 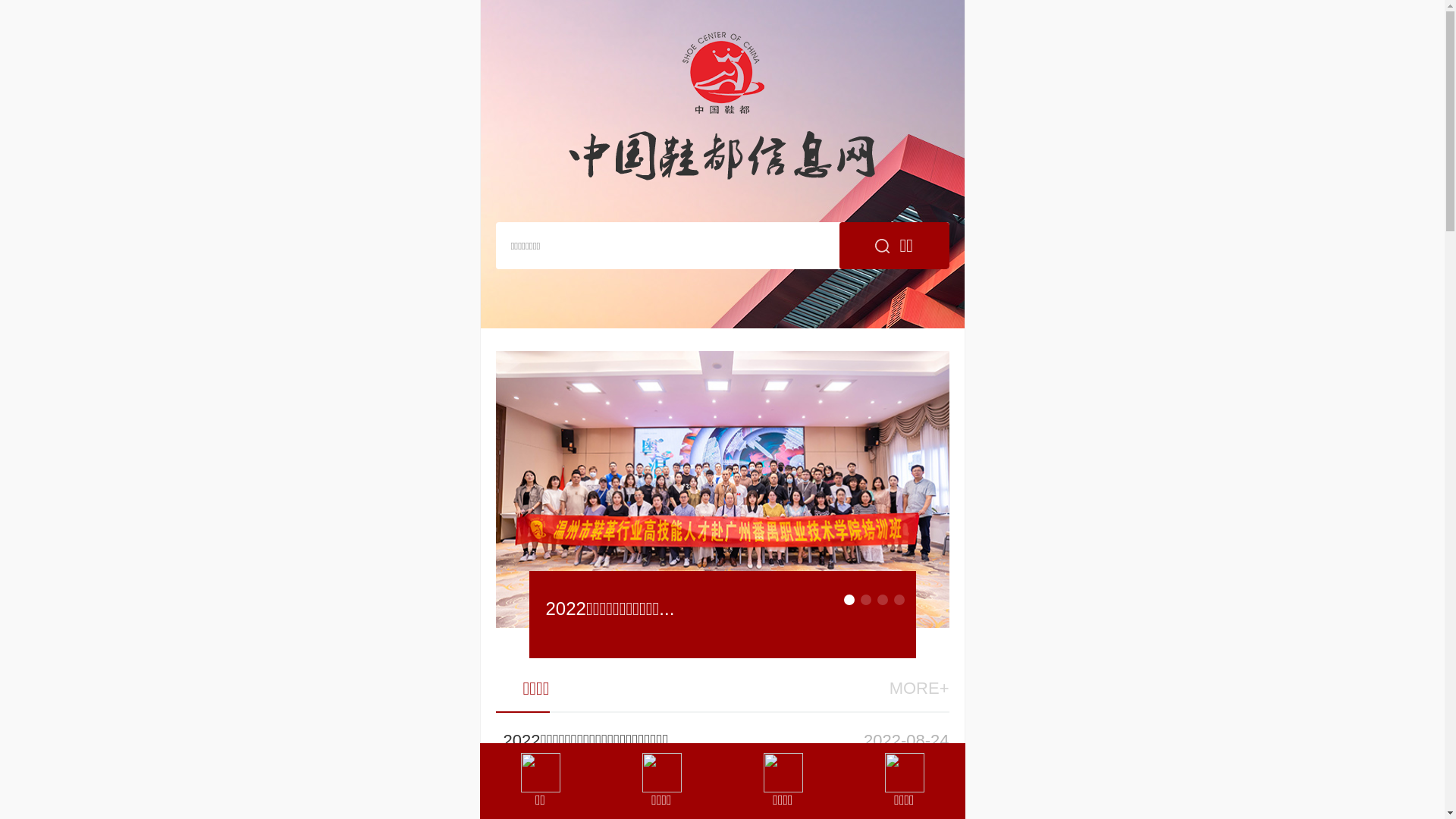 What do you see at coordinates (918, 688) in the screenshot?
I see `'MORE+'` at bounding box center [918, 688].